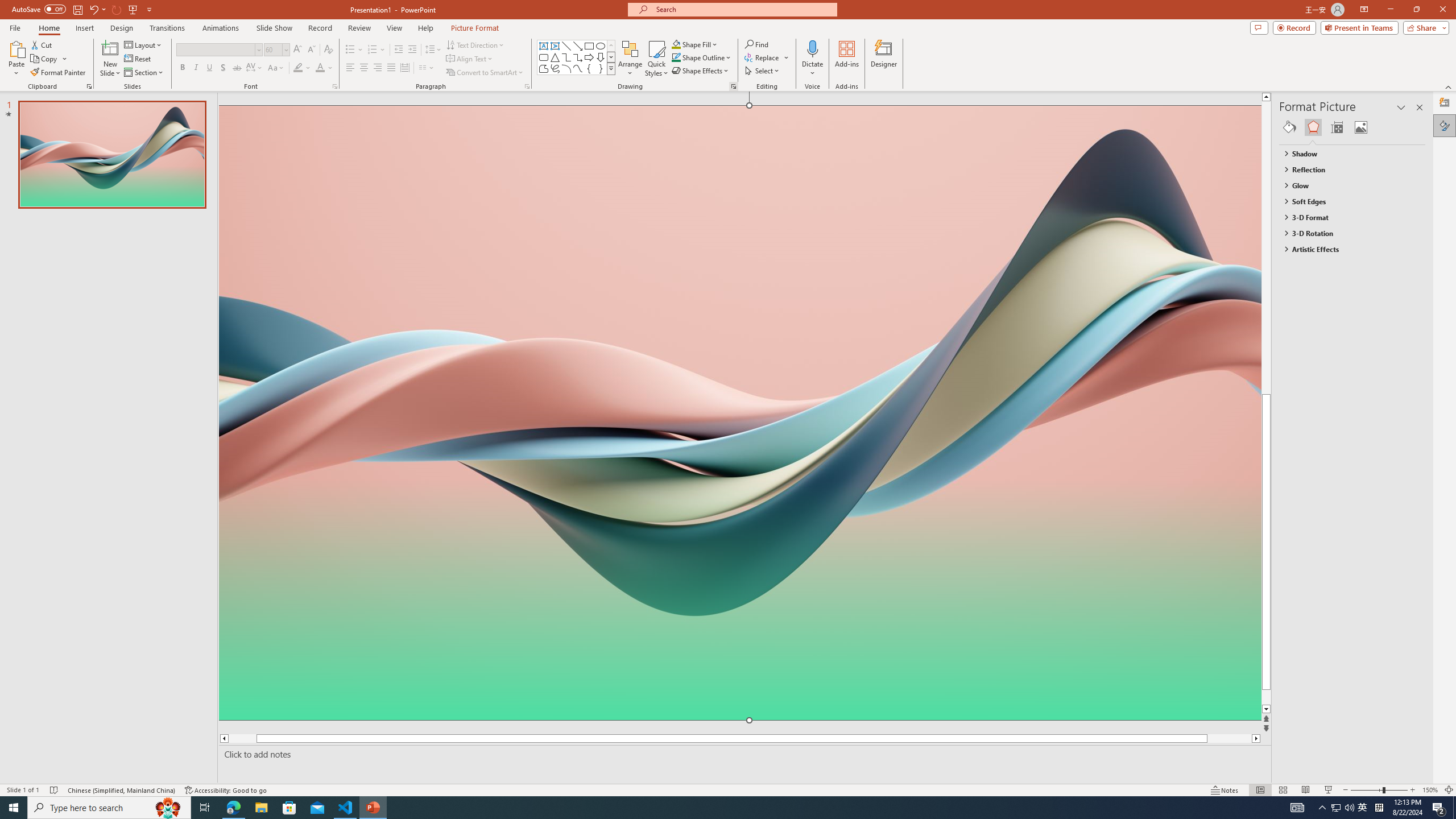 The width and height of the screenshot is (1456, 819). What do you see at coordinates (1337, 126) in the screenshot?
I see `'Size & Properties'` at bounding box center [1337, 126].